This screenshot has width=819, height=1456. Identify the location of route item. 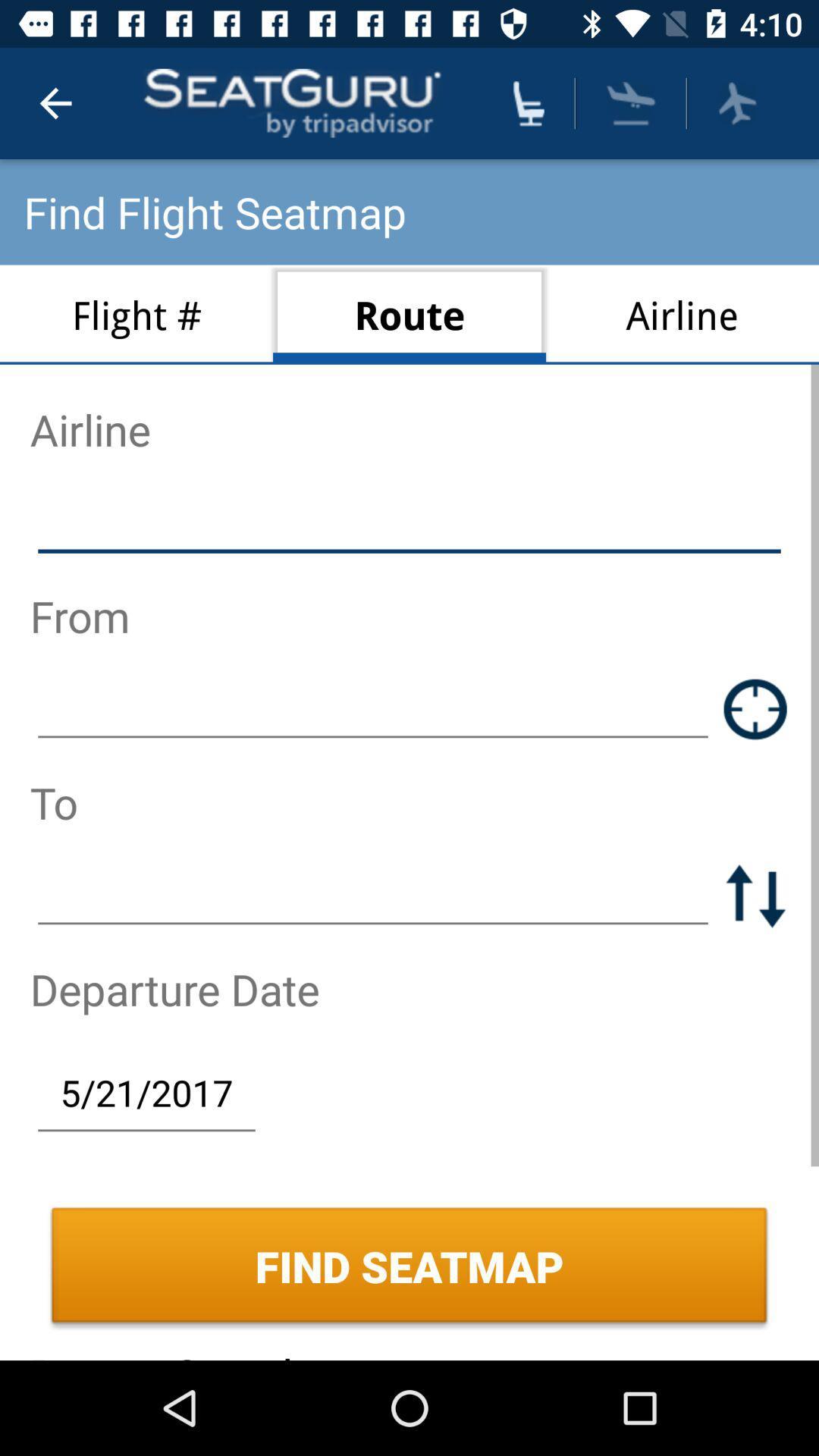
(409, 314).